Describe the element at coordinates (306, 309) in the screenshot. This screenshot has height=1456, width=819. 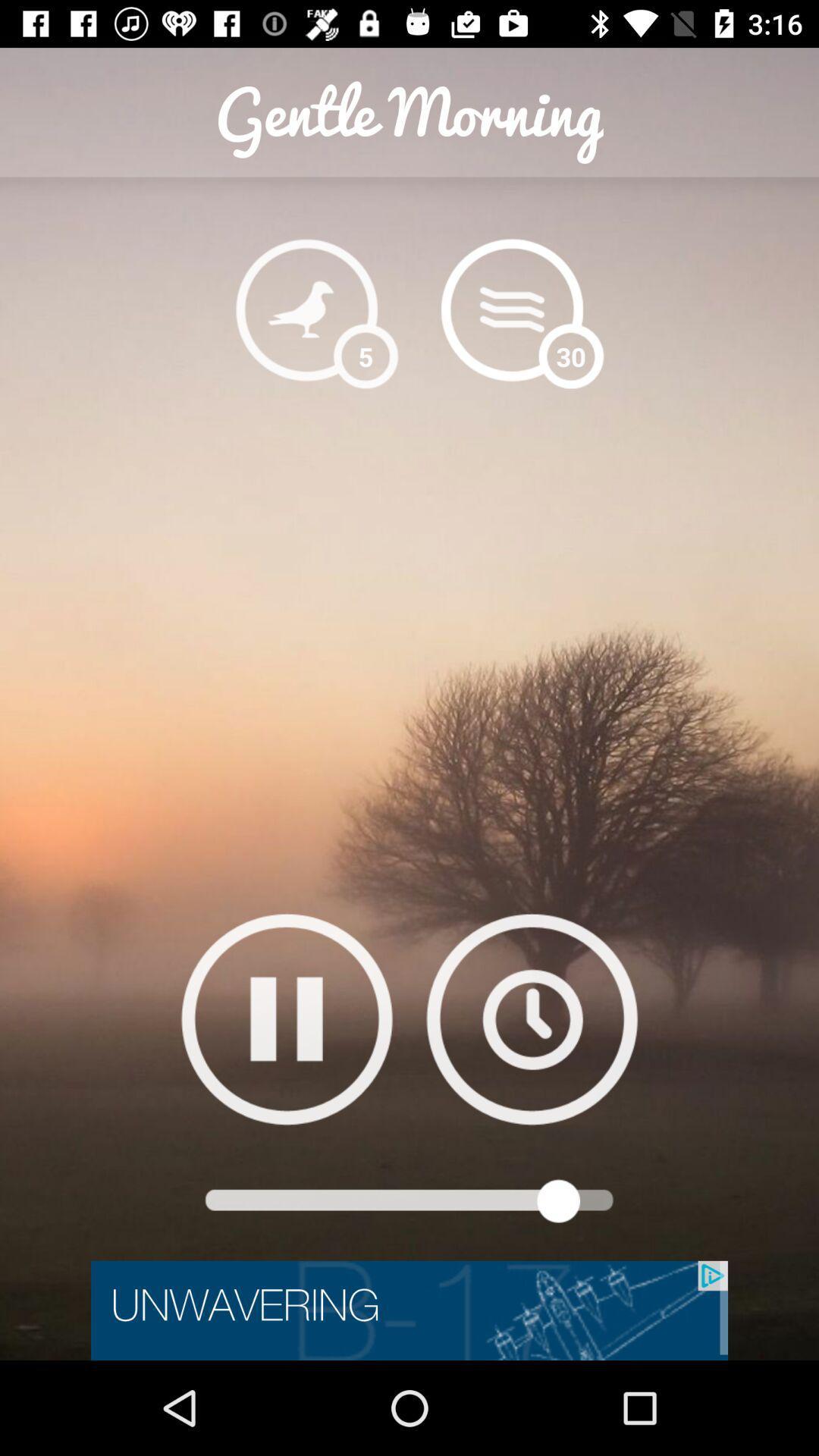
I see `bird sounds` at that location.